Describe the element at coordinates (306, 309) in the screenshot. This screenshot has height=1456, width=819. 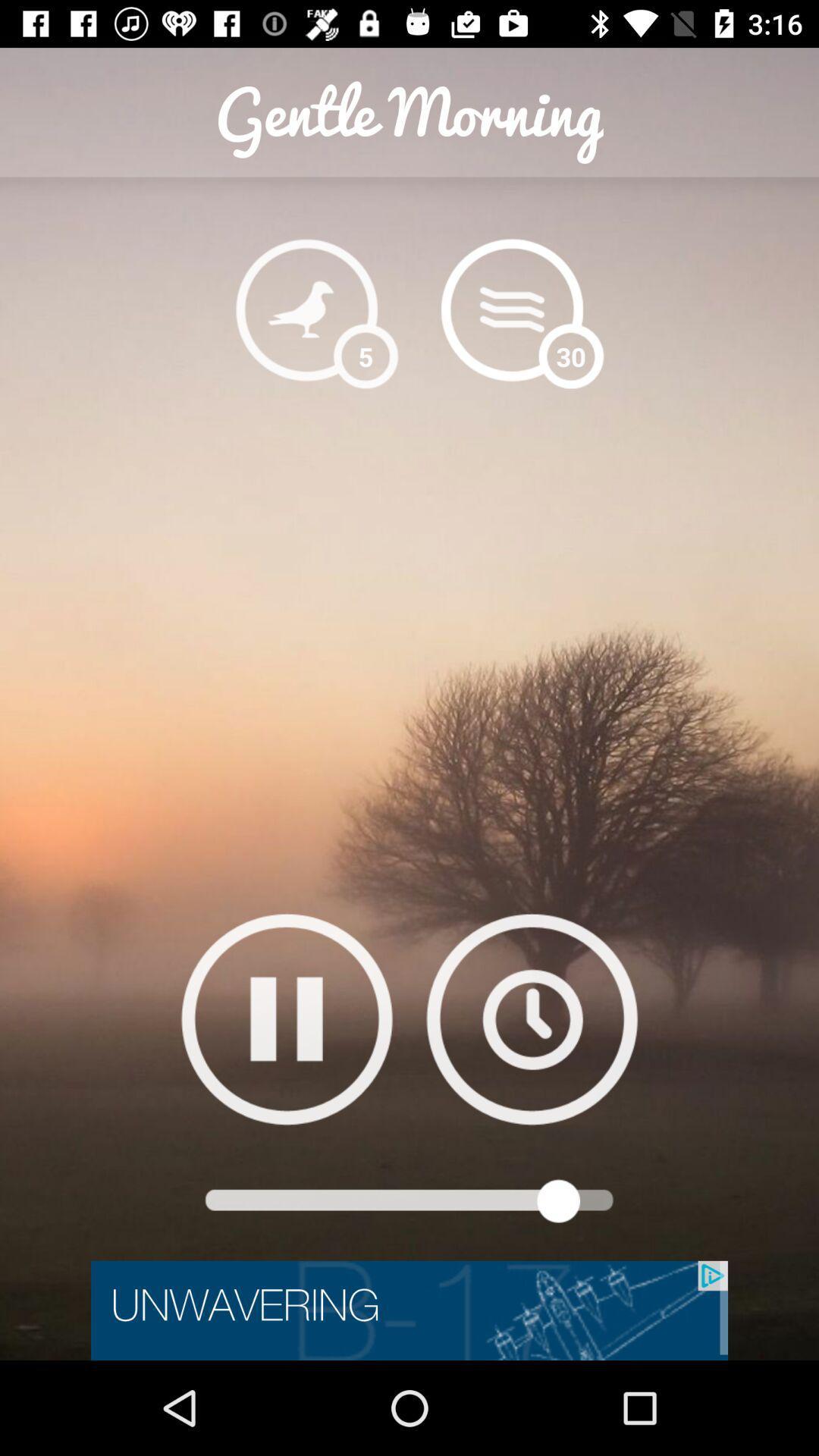
I see `bird sounds` at that location.